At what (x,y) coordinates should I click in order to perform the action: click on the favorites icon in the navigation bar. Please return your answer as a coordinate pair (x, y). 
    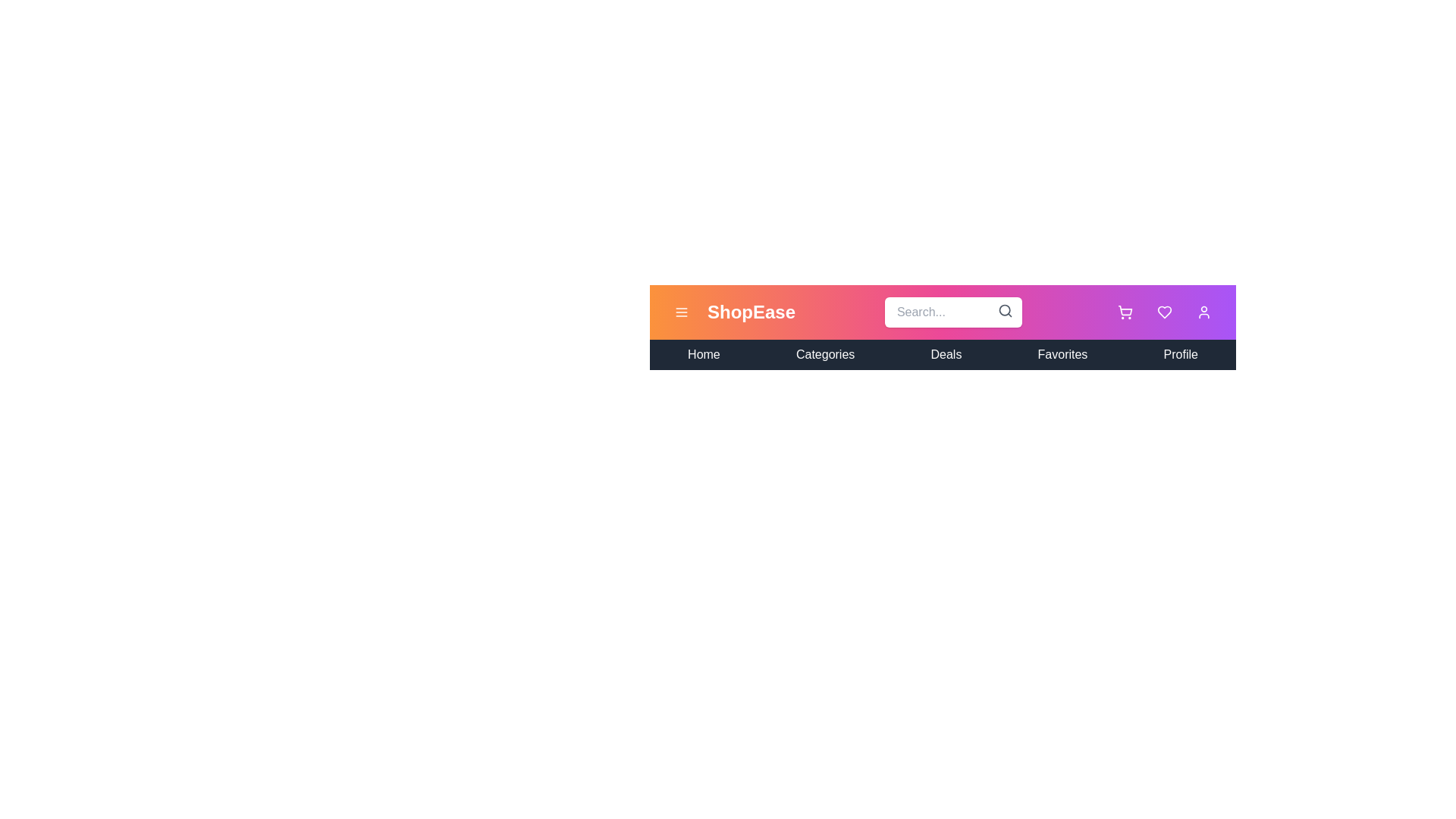
    Looking at the image, I should click on (1164, 312).